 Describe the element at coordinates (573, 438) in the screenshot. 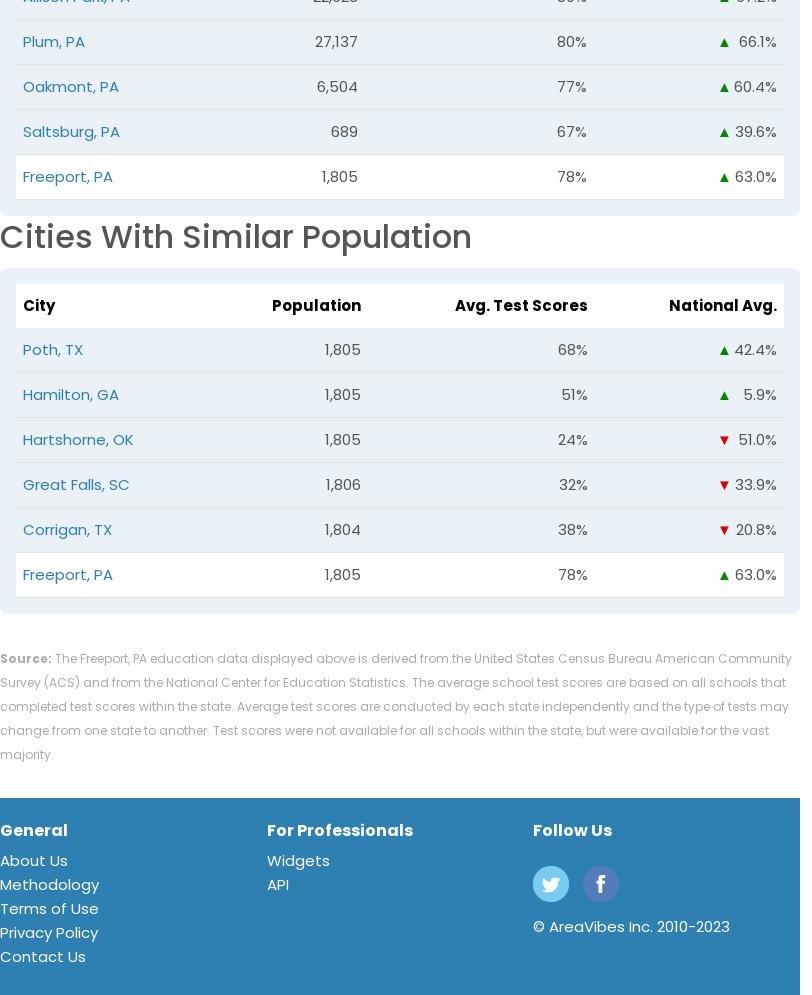

I see `'24%'` at that location.